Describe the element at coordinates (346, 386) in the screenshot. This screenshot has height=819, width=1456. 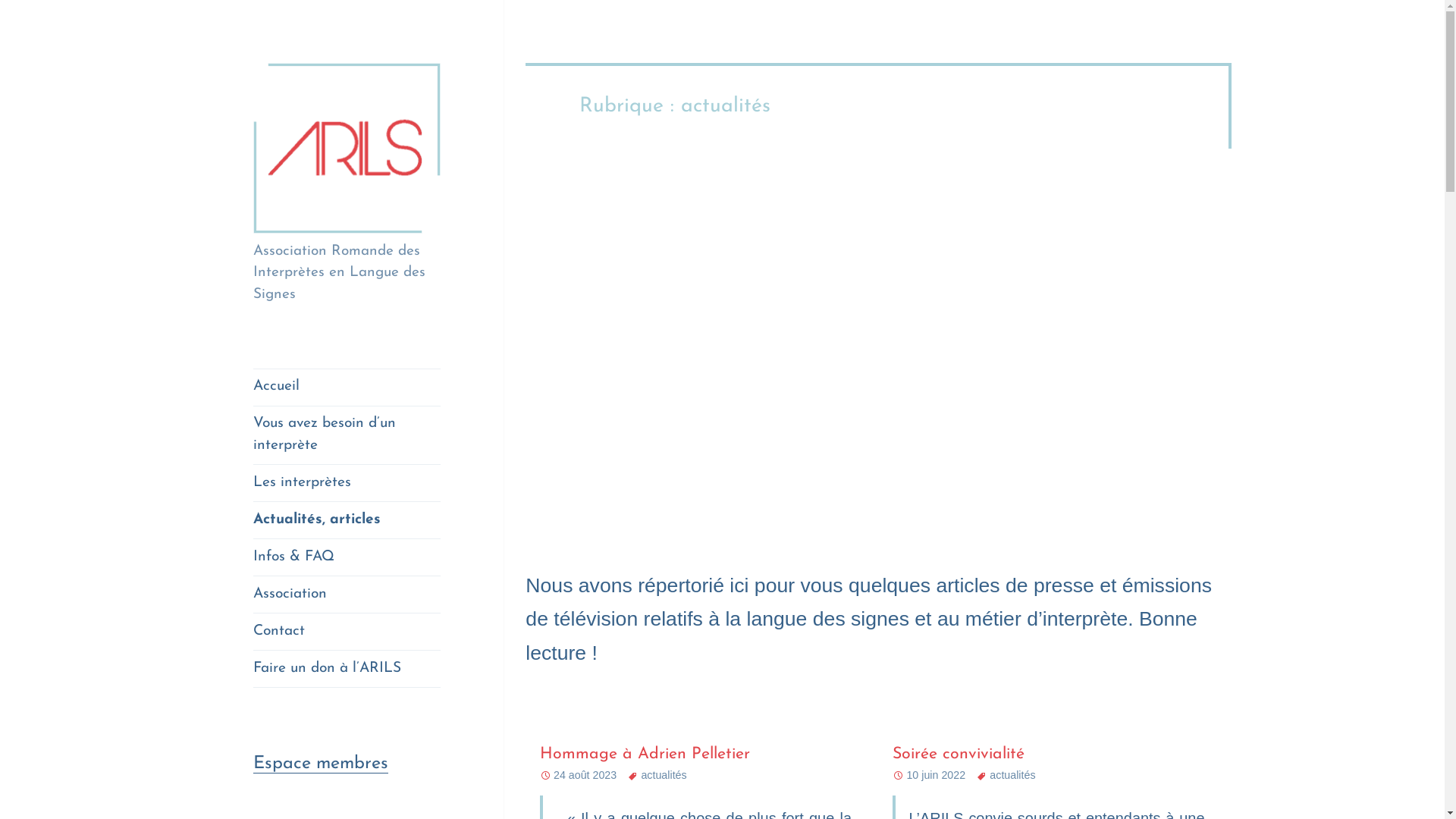
I see `'Accueil'` at that location.